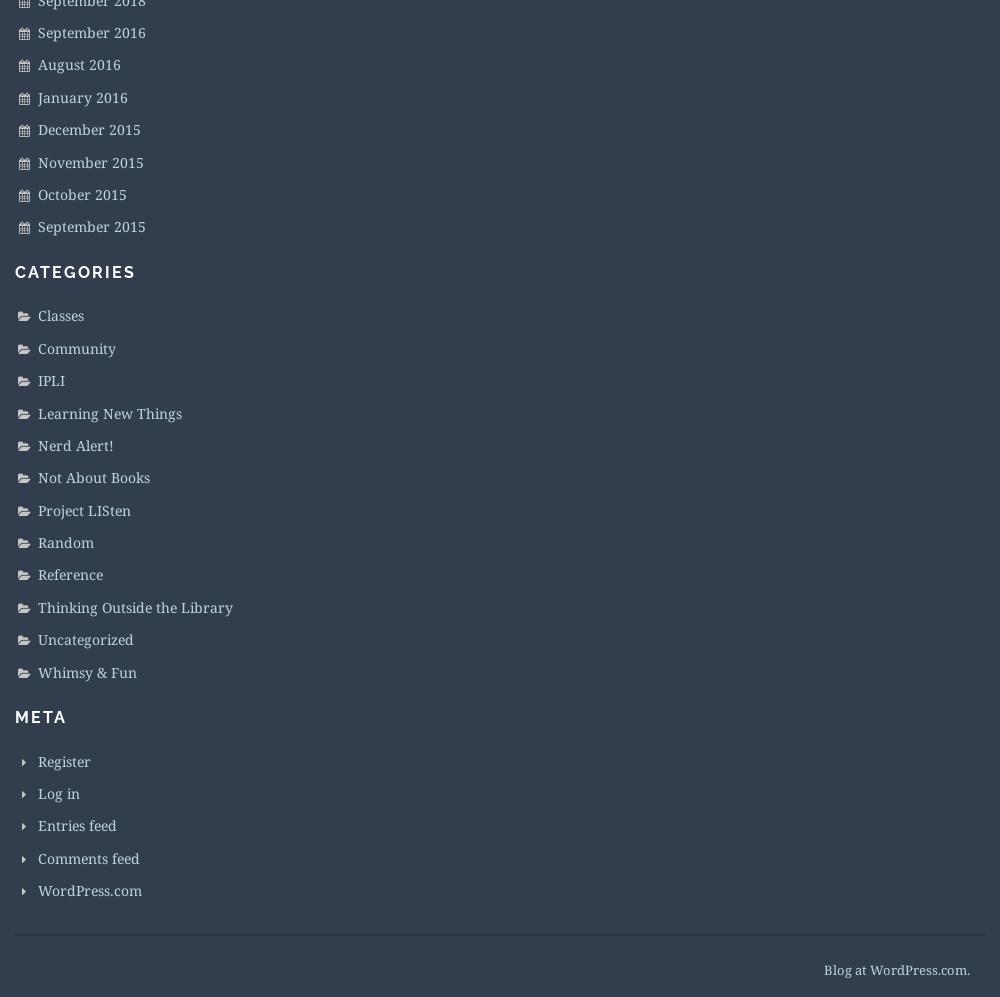 This screenshot has height=997, width=1000. Describe the element at coordinates (109, 411) in the screenshot. I see `'Learning New Things'` at that location.